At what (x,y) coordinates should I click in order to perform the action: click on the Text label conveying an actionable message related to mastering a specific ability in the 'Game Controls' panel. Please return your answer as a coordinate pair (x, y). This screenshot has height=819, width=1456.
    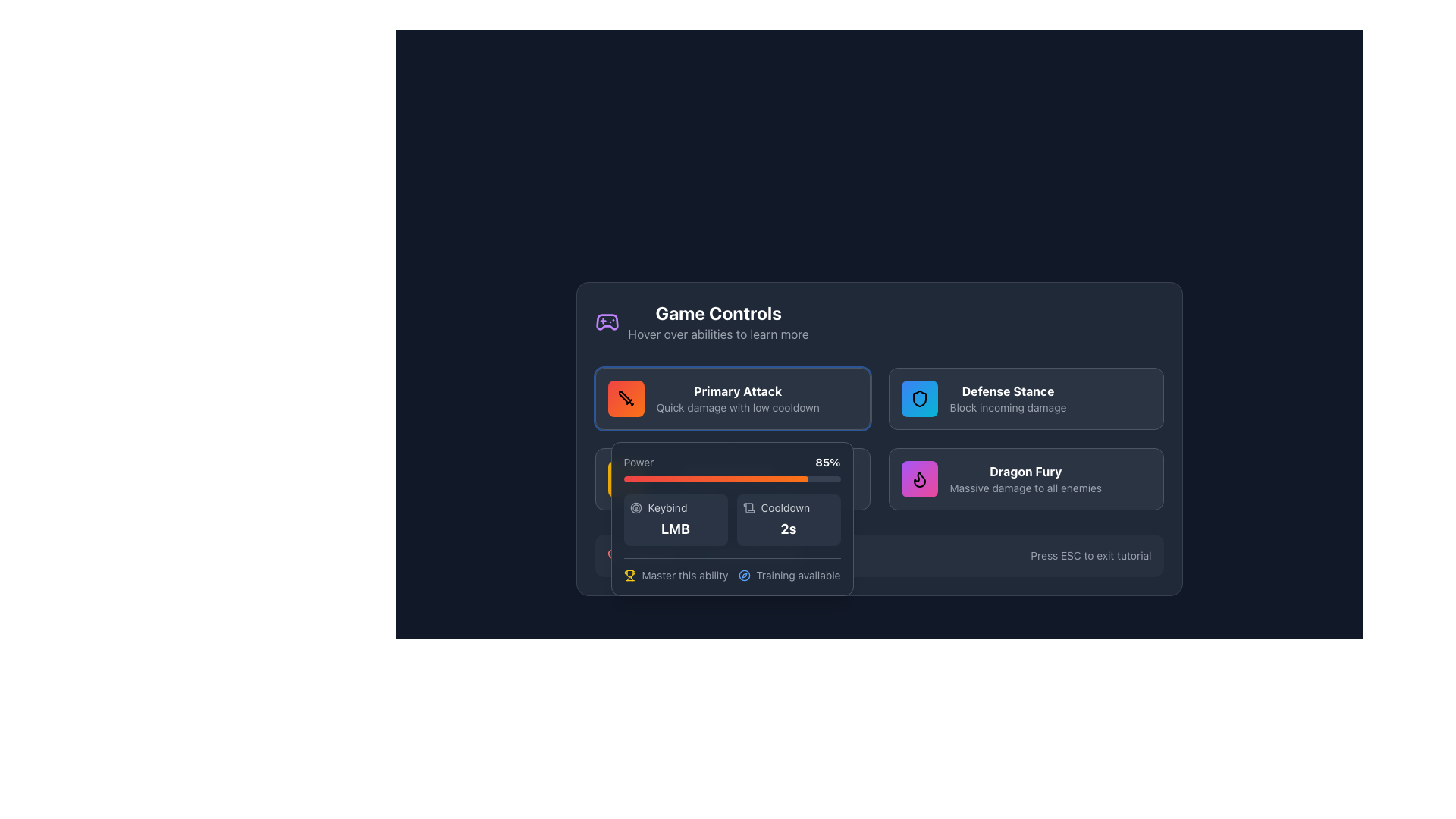
    Looking at the image, I should click on (685, 576).